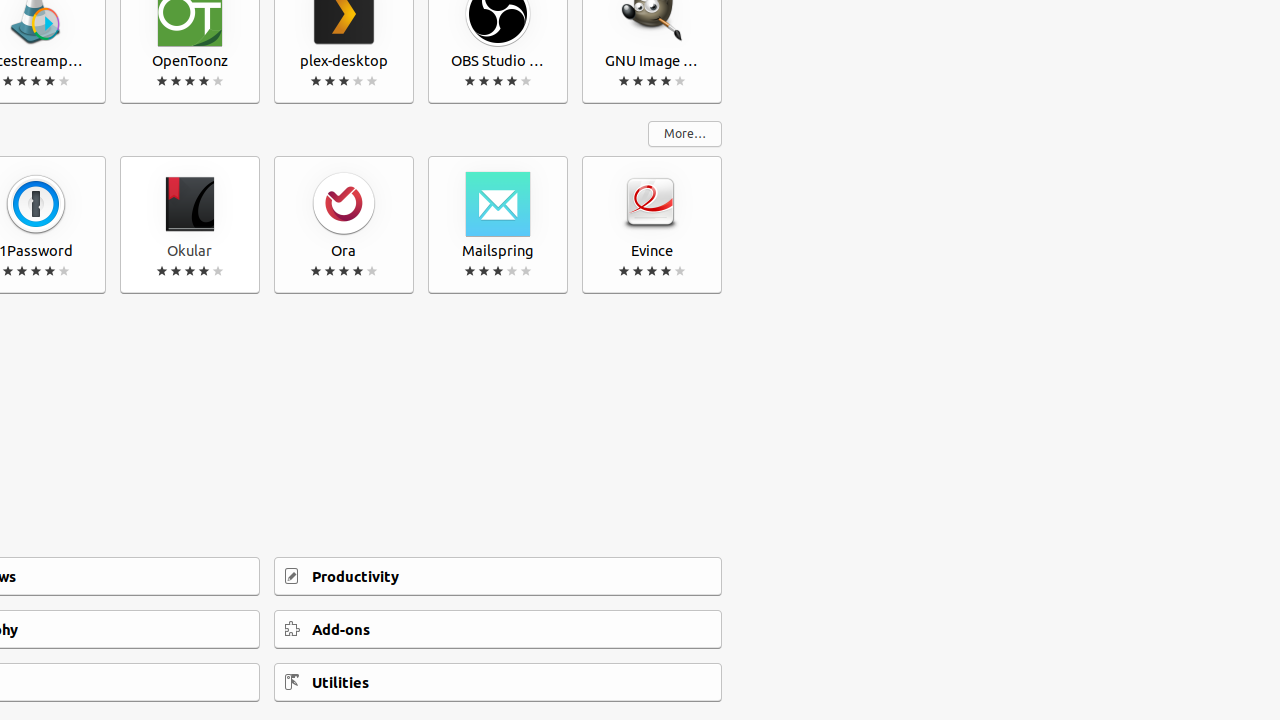  What do you see at coordinates (343, 225) in the screenshot?
I see `'Ora'` at bounding box center [343, 225].